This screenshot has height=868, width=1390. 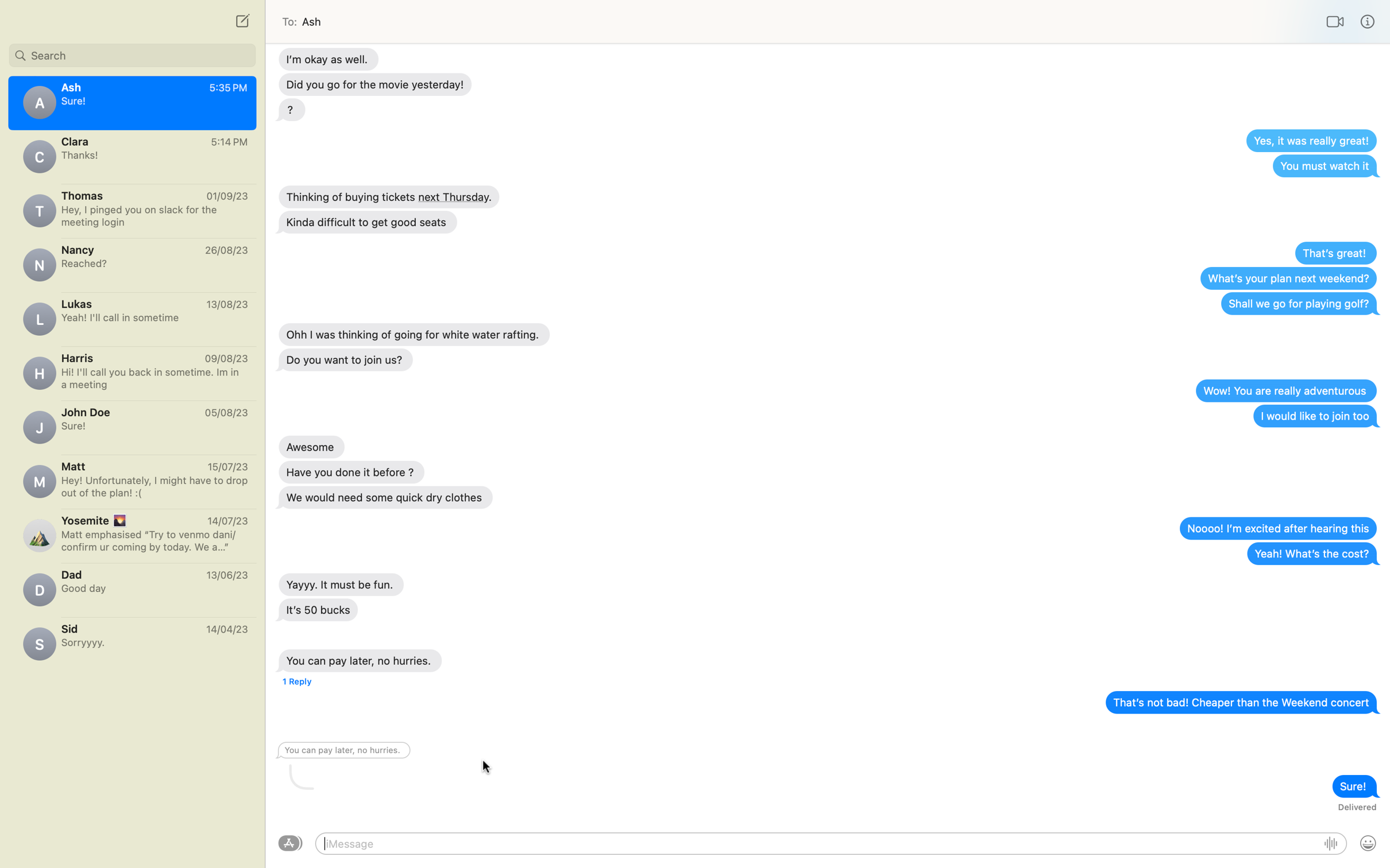 What do you see at coordinates (132, 316) in the screenshot?
I see `Compose a message to Lucas inquiring about his weekend` at bounding box center [132, 316].